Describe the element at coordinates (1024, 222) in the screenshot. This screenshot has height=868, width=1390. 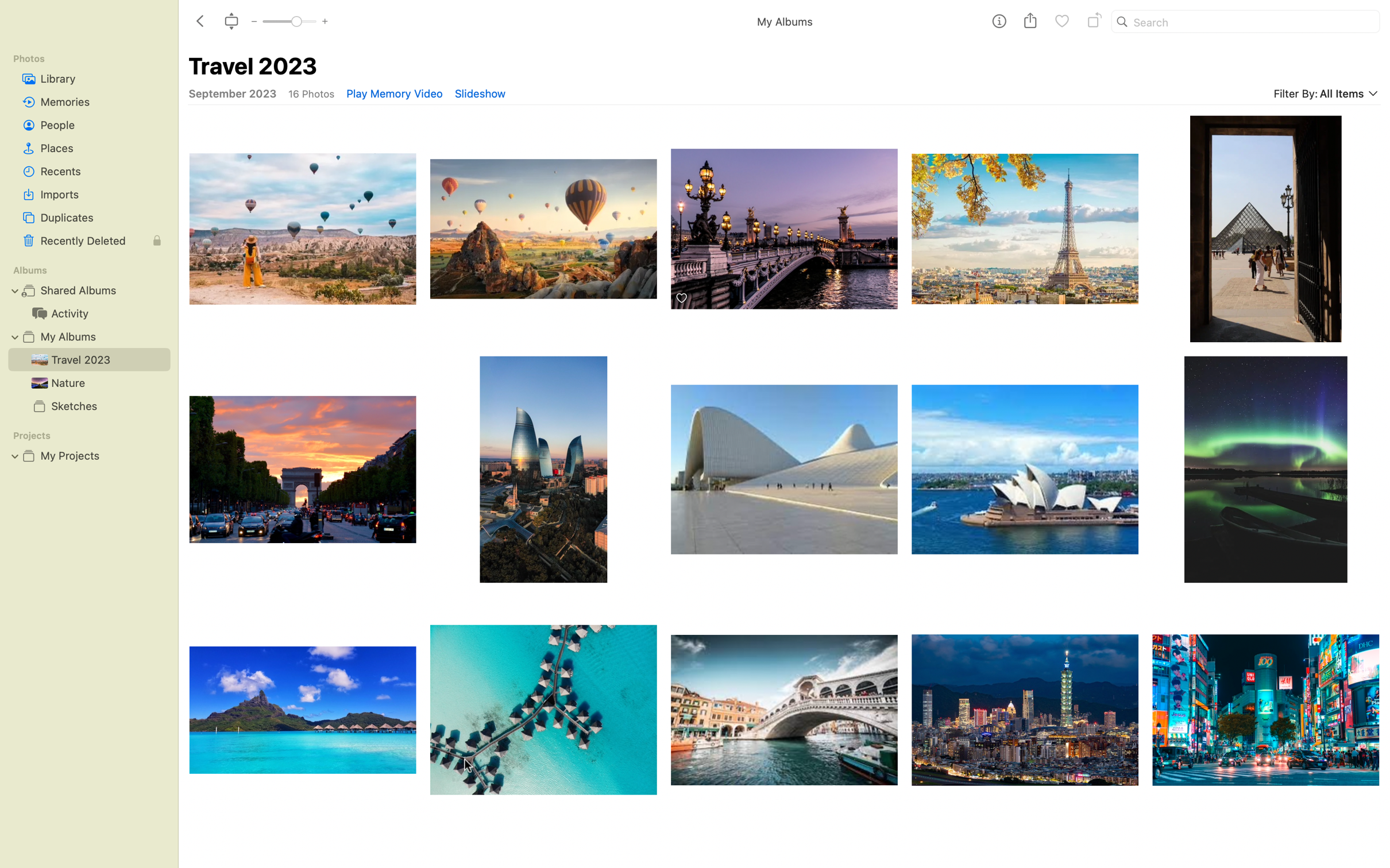
I see `Double rotation of Eiffel Tower Image` at that location.